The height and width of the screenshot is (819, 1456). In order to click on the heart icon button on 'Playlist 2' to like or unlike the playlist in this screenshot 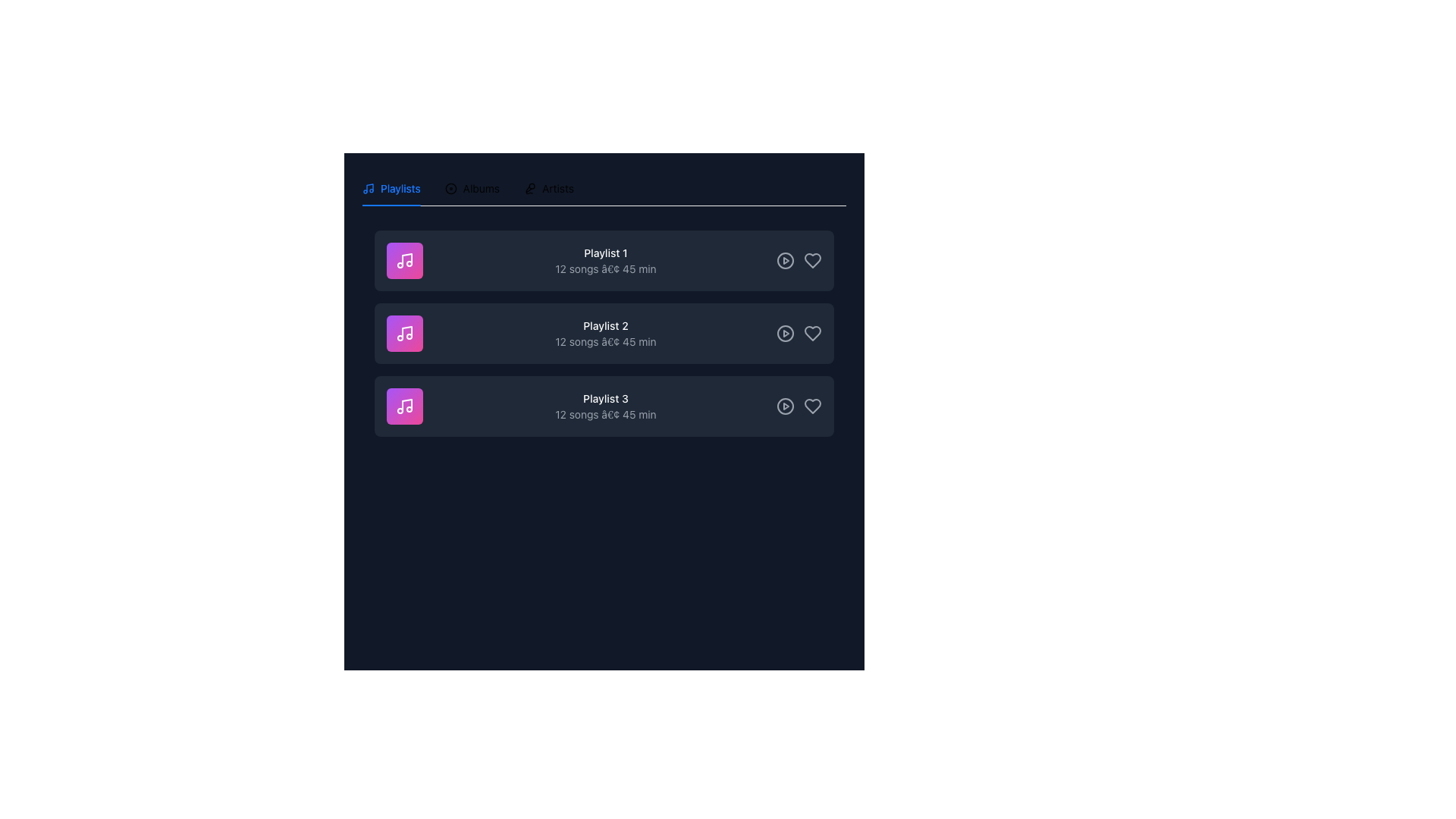, I will do `click(811, 332)`.